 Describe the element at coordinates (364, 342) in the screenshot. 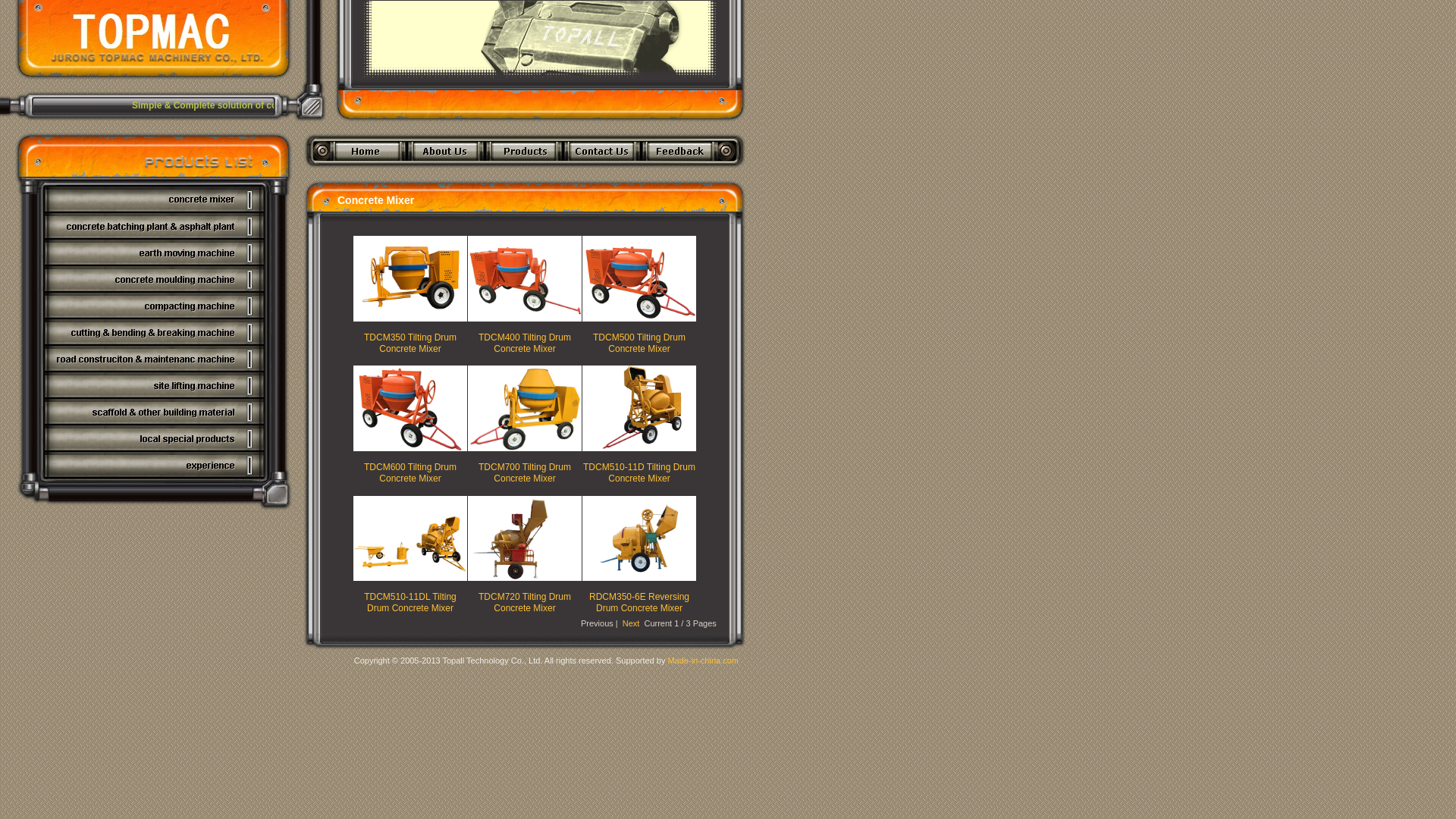

I see `'TDCM350 Tilting Drum Concrete Mixer'` at that location.